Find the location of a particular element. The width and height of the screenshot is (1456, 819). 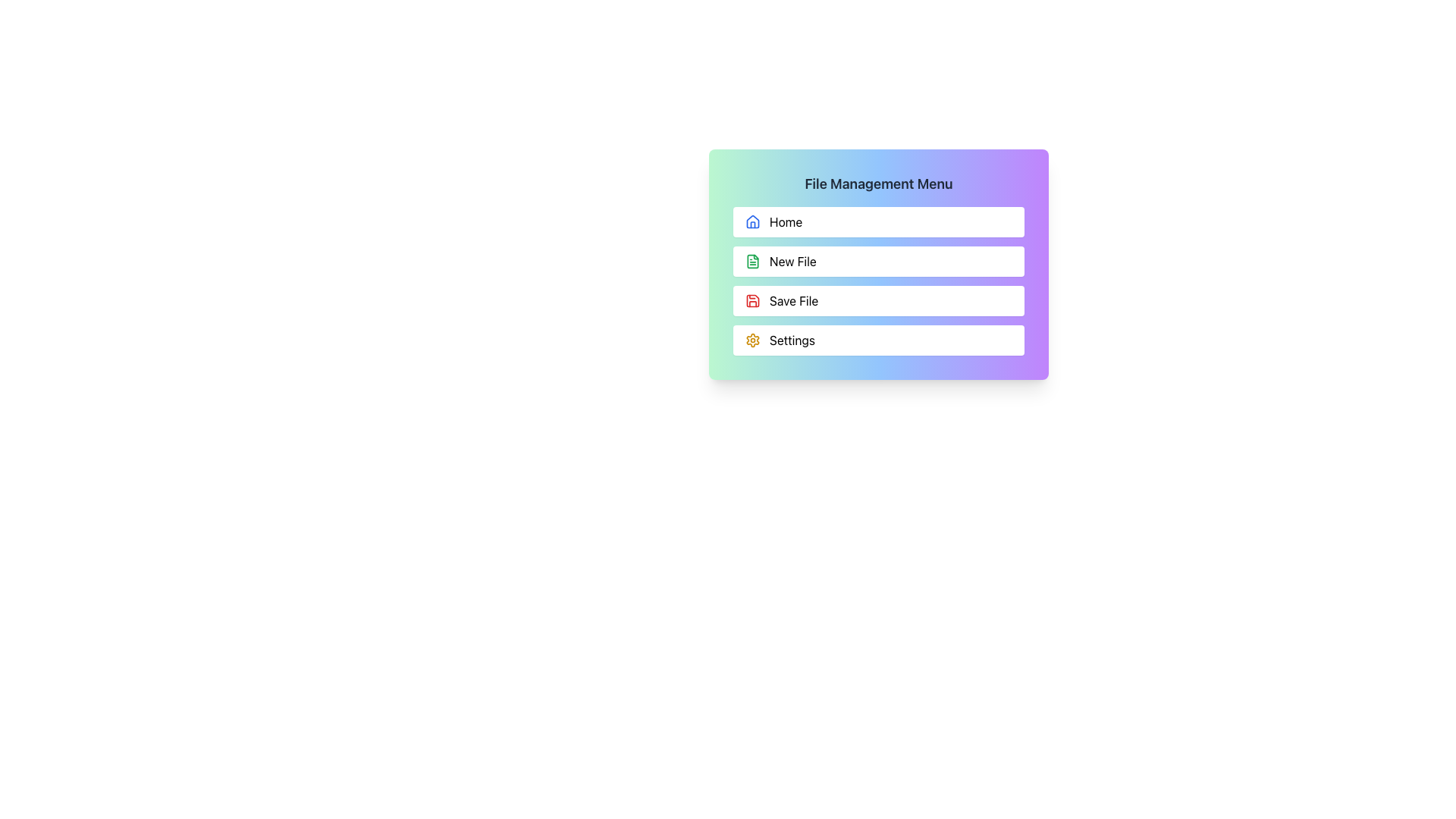

the 'New File' button, which is a rectangular button with a white background and rounded corners, located in the 'File Management Menu' below the 'Home' button is located at coordinates (878, 263).